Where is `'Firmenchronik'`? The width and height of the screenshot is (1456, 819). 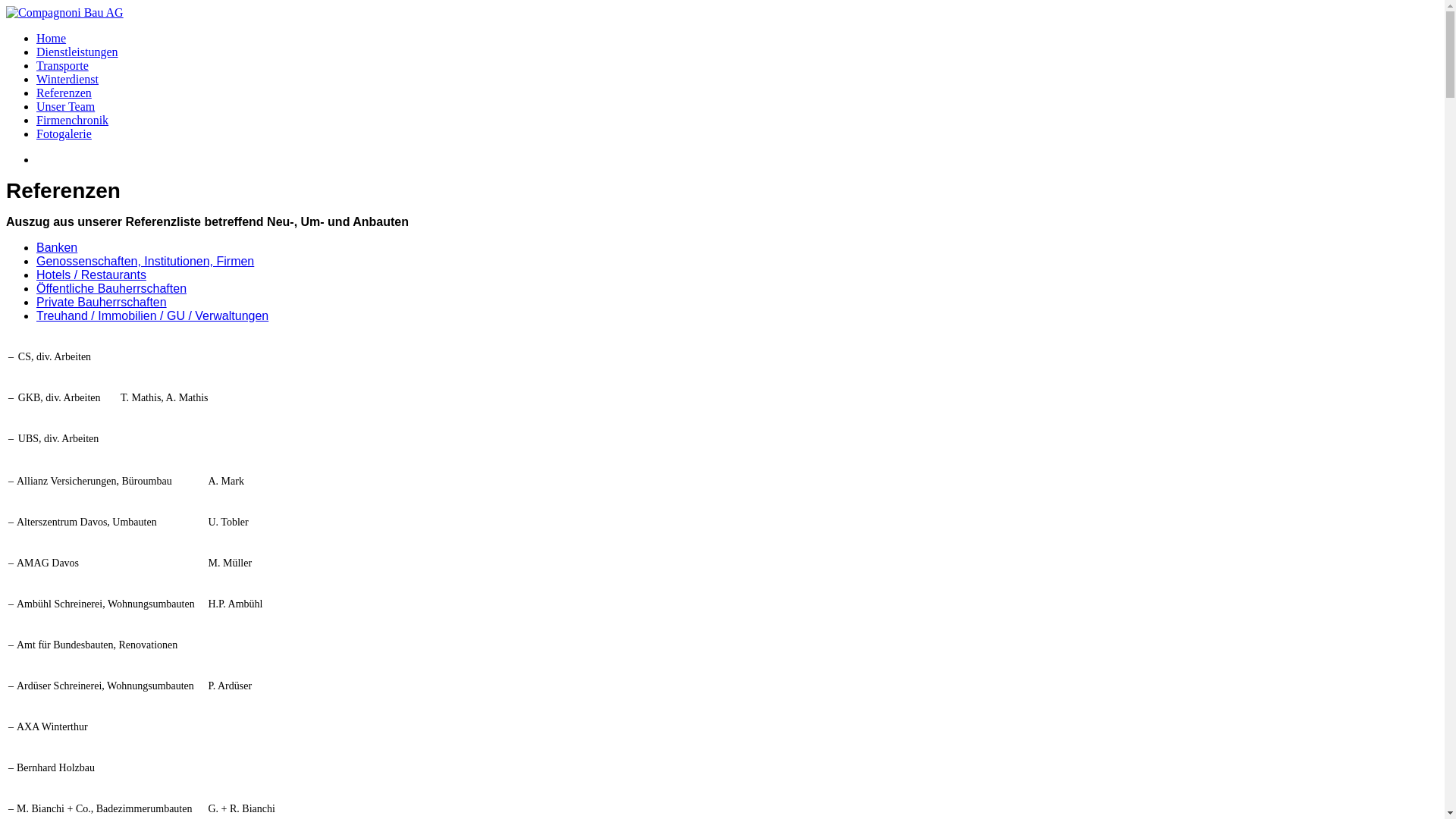
'Firmenchronik' is located at coordinates (71, 119).